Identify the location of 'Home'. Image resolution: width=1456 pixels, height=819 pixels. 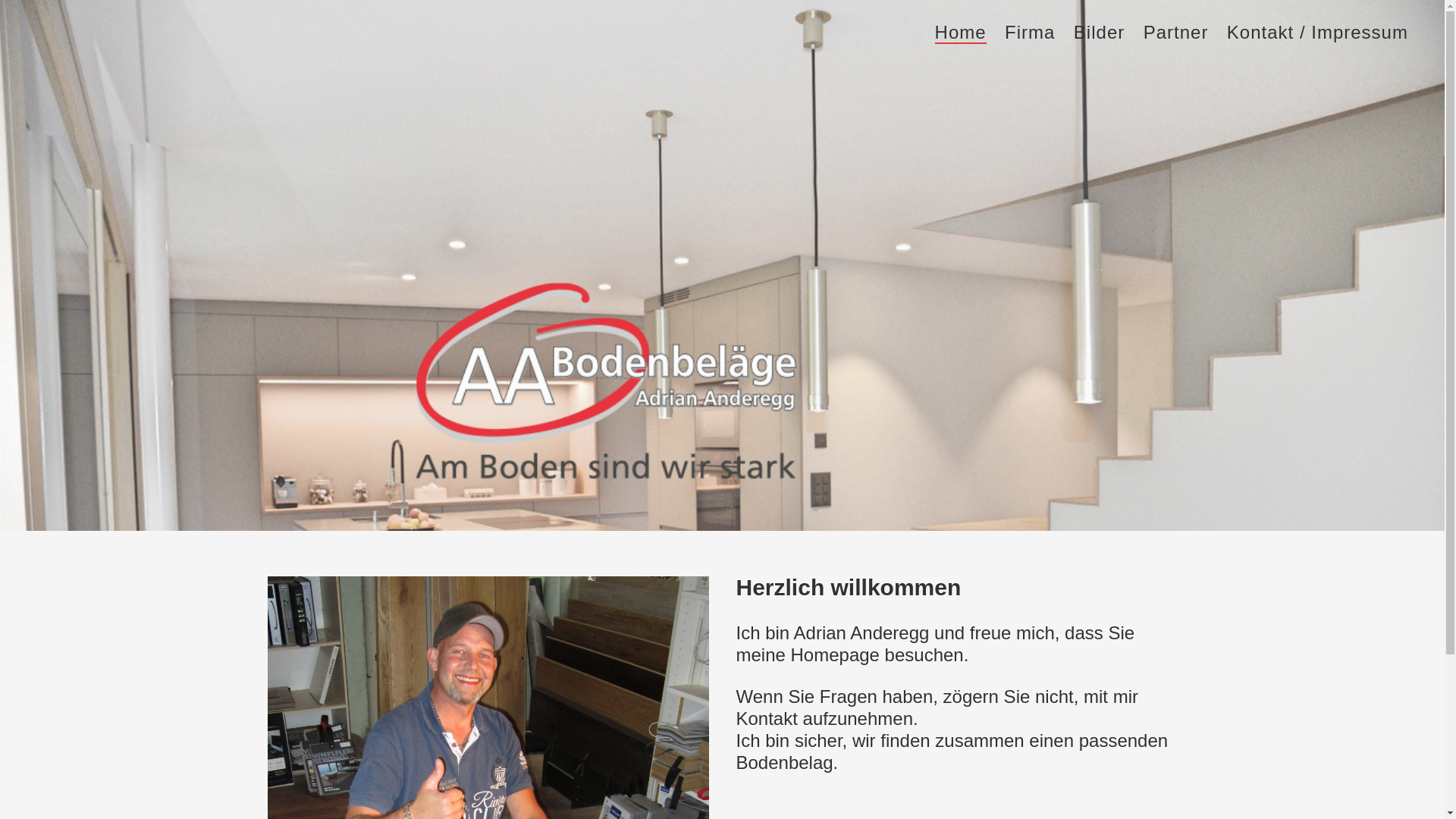
(934, 33).